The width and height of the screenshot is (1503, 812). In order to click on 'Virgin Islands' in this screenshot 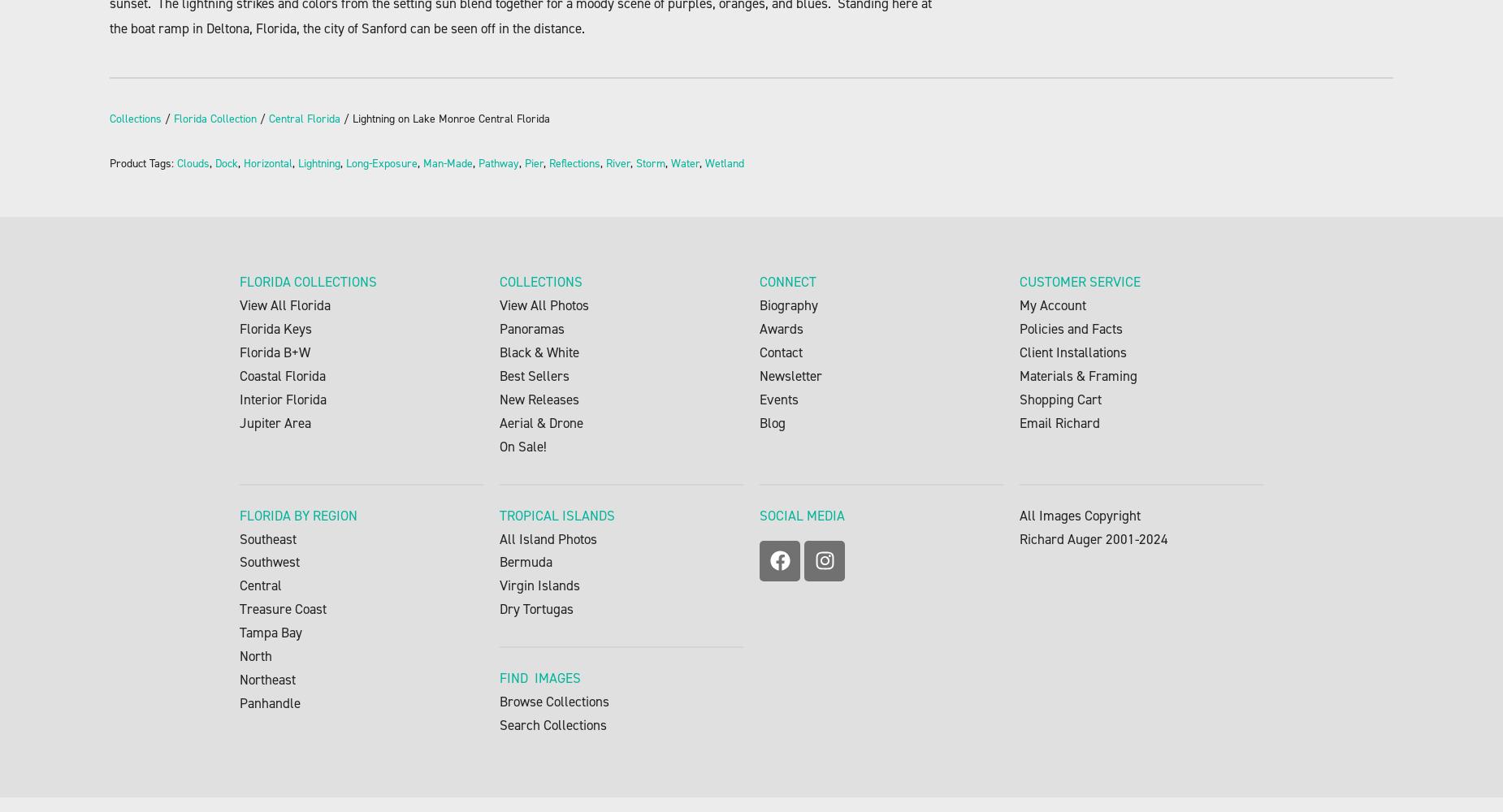, I will do `click(539, 585)`.